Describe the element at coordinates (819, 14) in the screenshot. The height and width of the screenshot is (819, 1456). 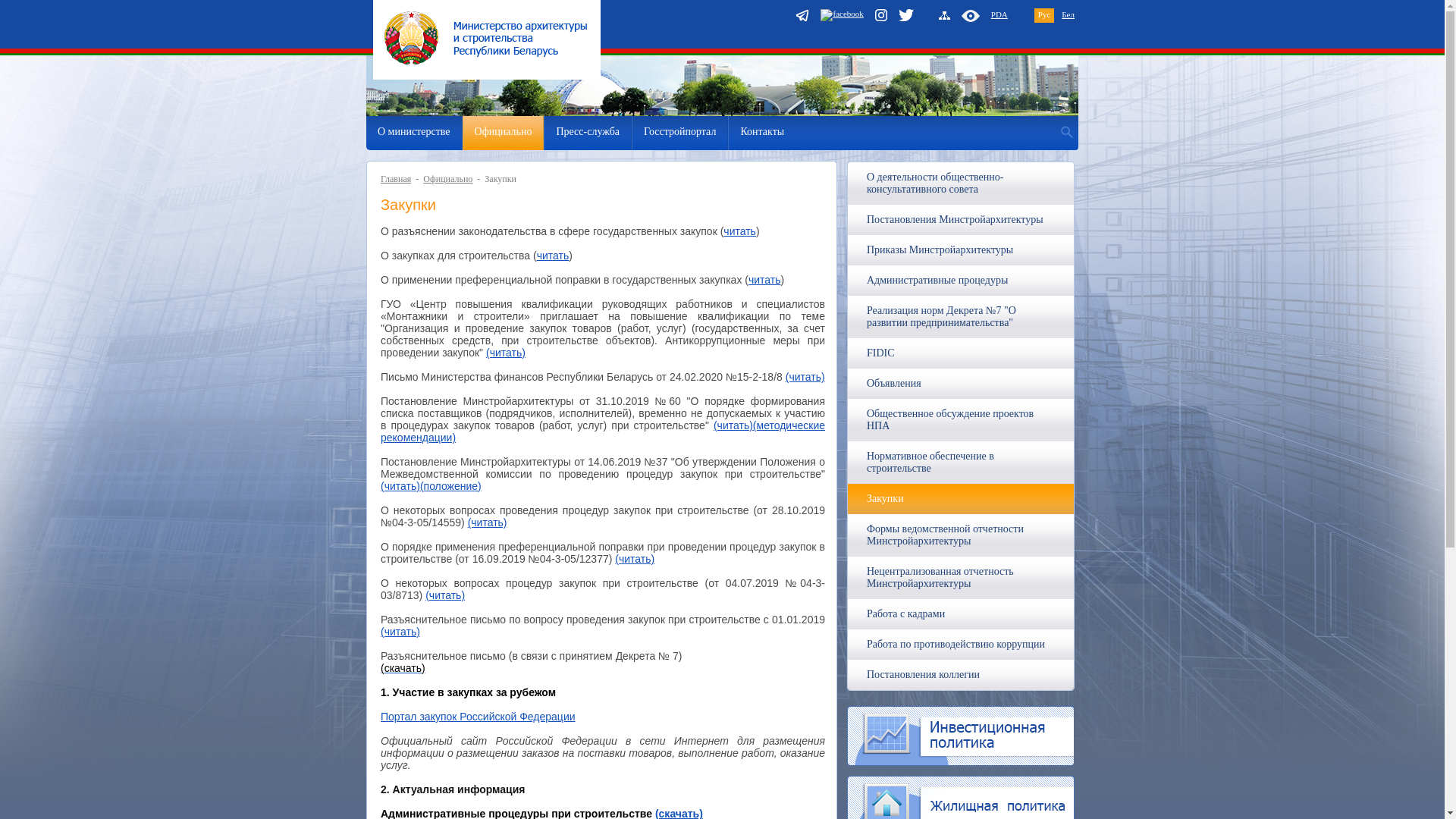
I see `'facebook'` at that location.